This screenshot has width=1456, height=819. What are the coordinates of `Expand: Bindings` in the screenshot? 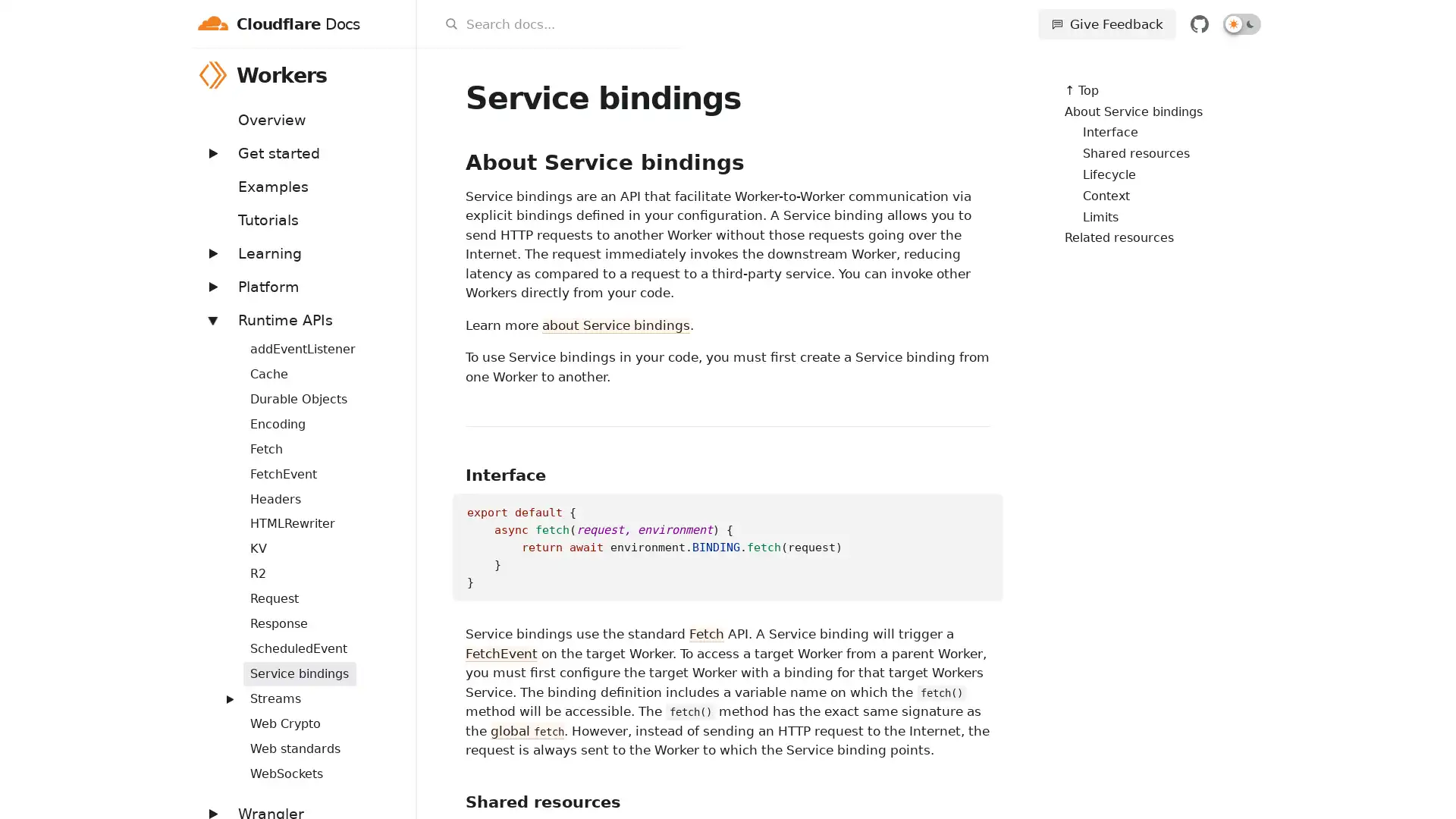 It's located at (221, 339).